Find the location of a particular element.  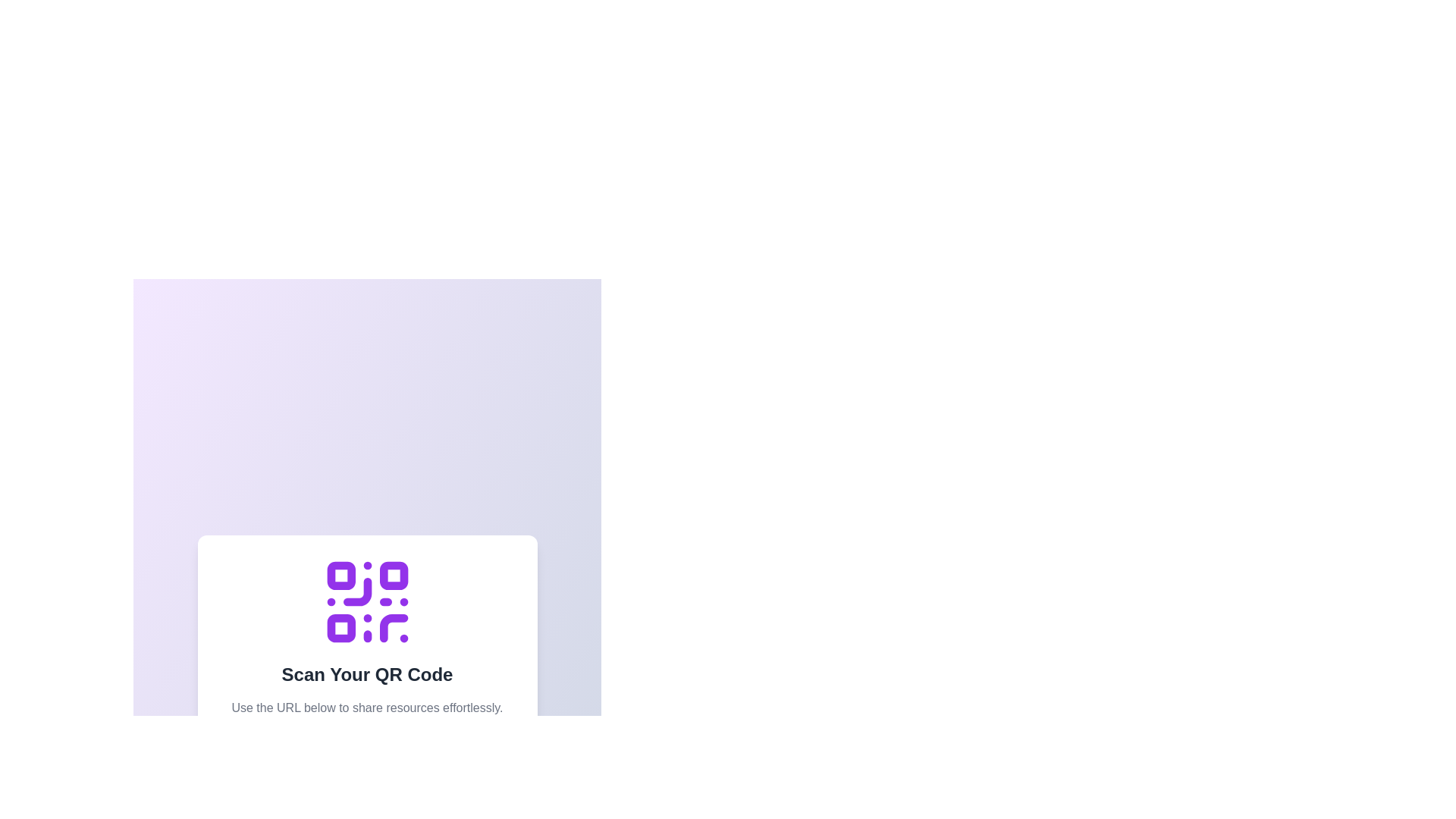

QR code displayed in the Informative Section, which is located below the top section of the card-like panel is located at coordinates (367, 635).